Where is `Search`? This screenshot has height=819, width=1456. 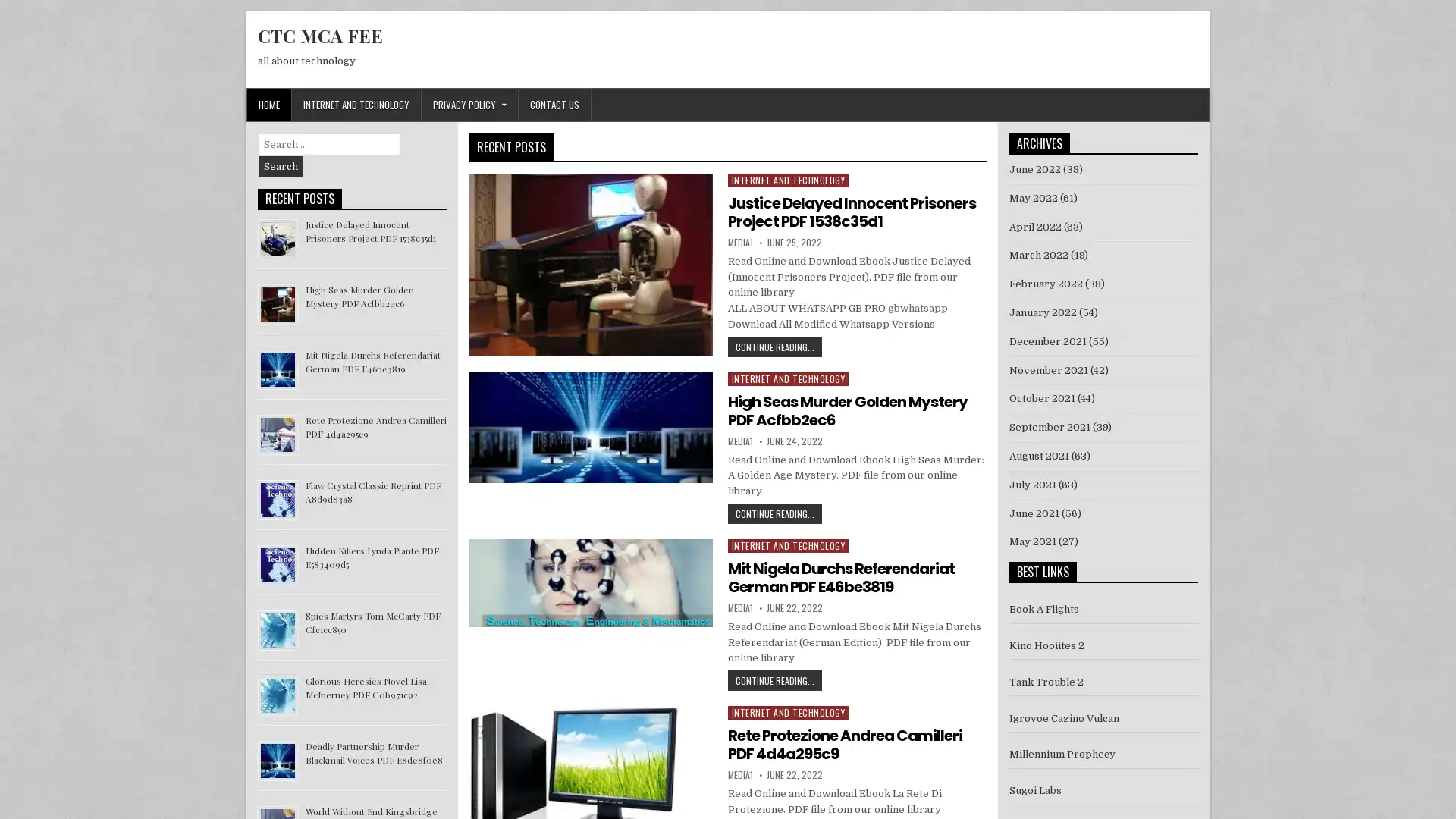 Search is located at coordinates (281, 166).